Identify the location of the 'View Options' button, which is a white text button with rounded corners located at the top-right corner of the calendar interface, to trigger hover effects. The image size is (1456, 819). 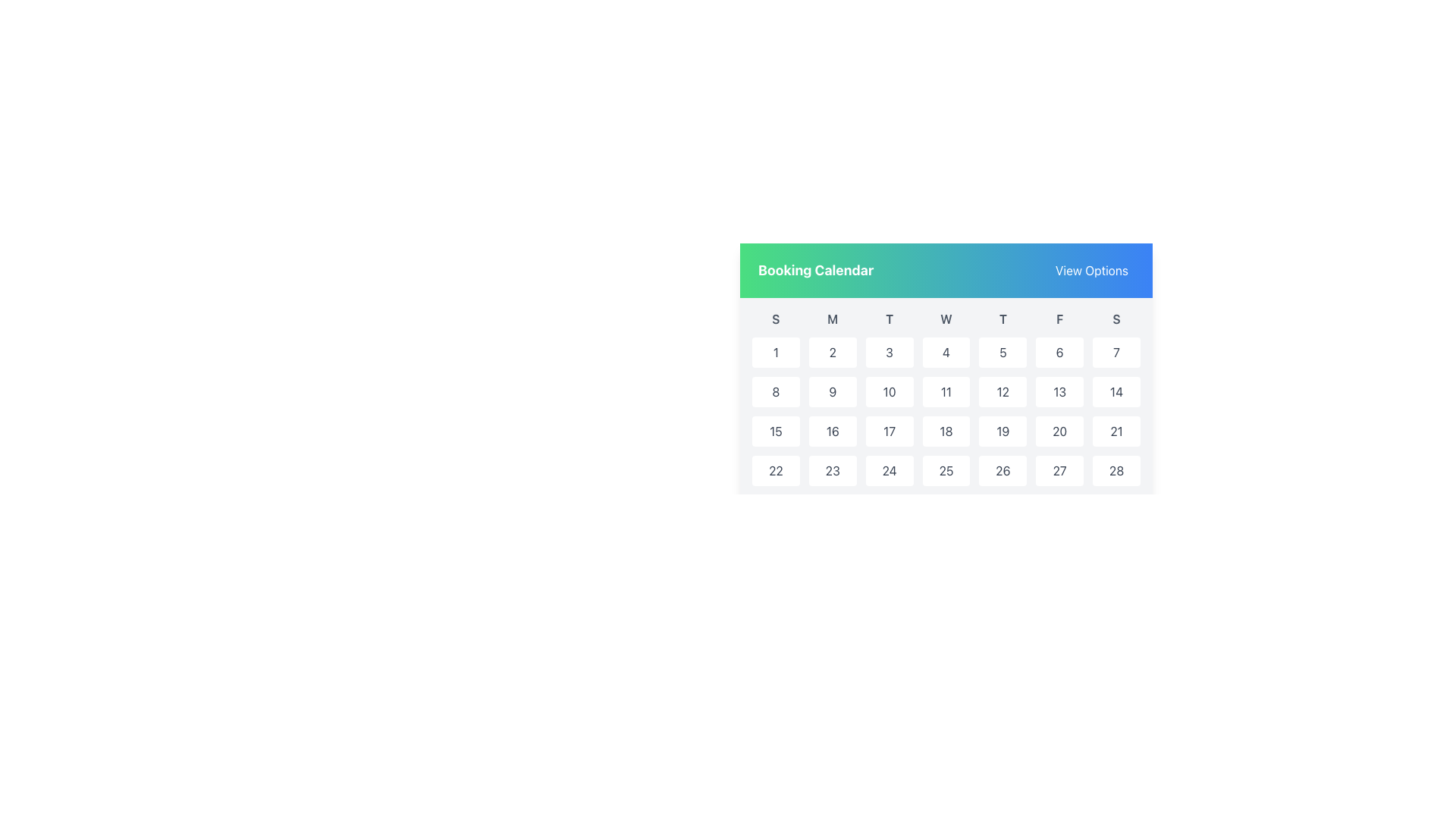
(1092, 270).